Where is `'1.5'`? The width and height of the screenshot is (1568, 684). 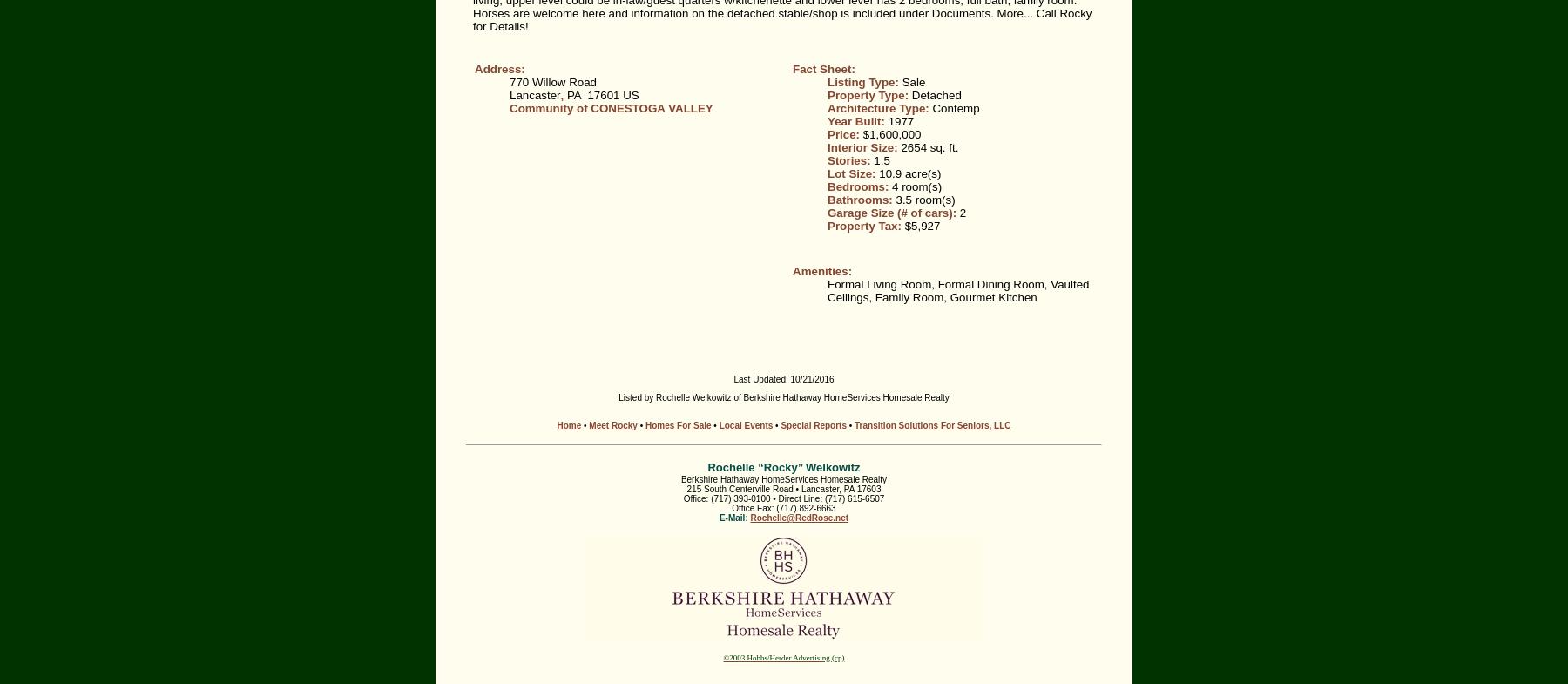 '1.5' is located at coordinates (880, 159).